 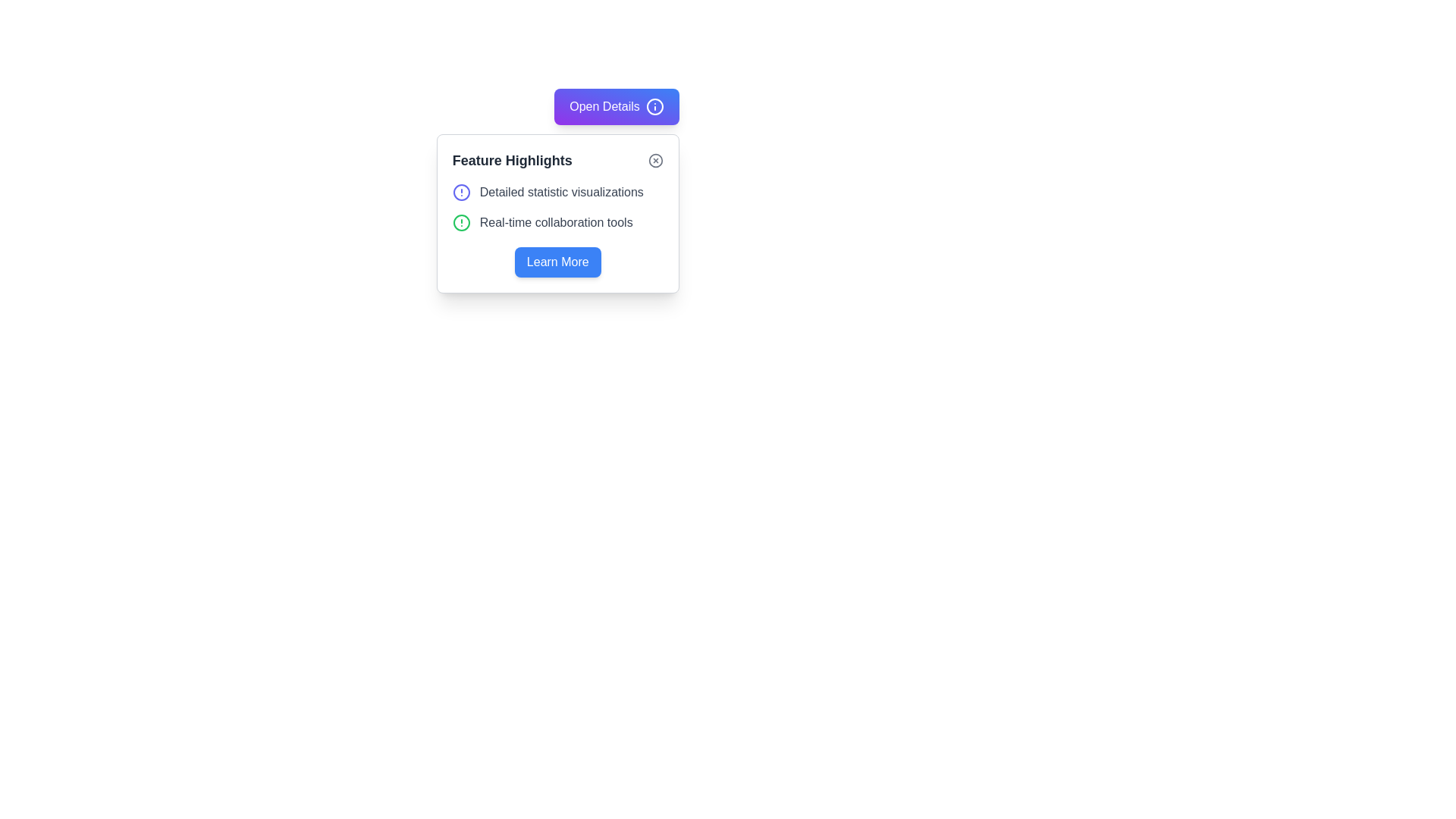 I want to click on the circular SVG shape that is part of the icon indicating 'Real-time collaboration tools', so click(x=460, y=222).